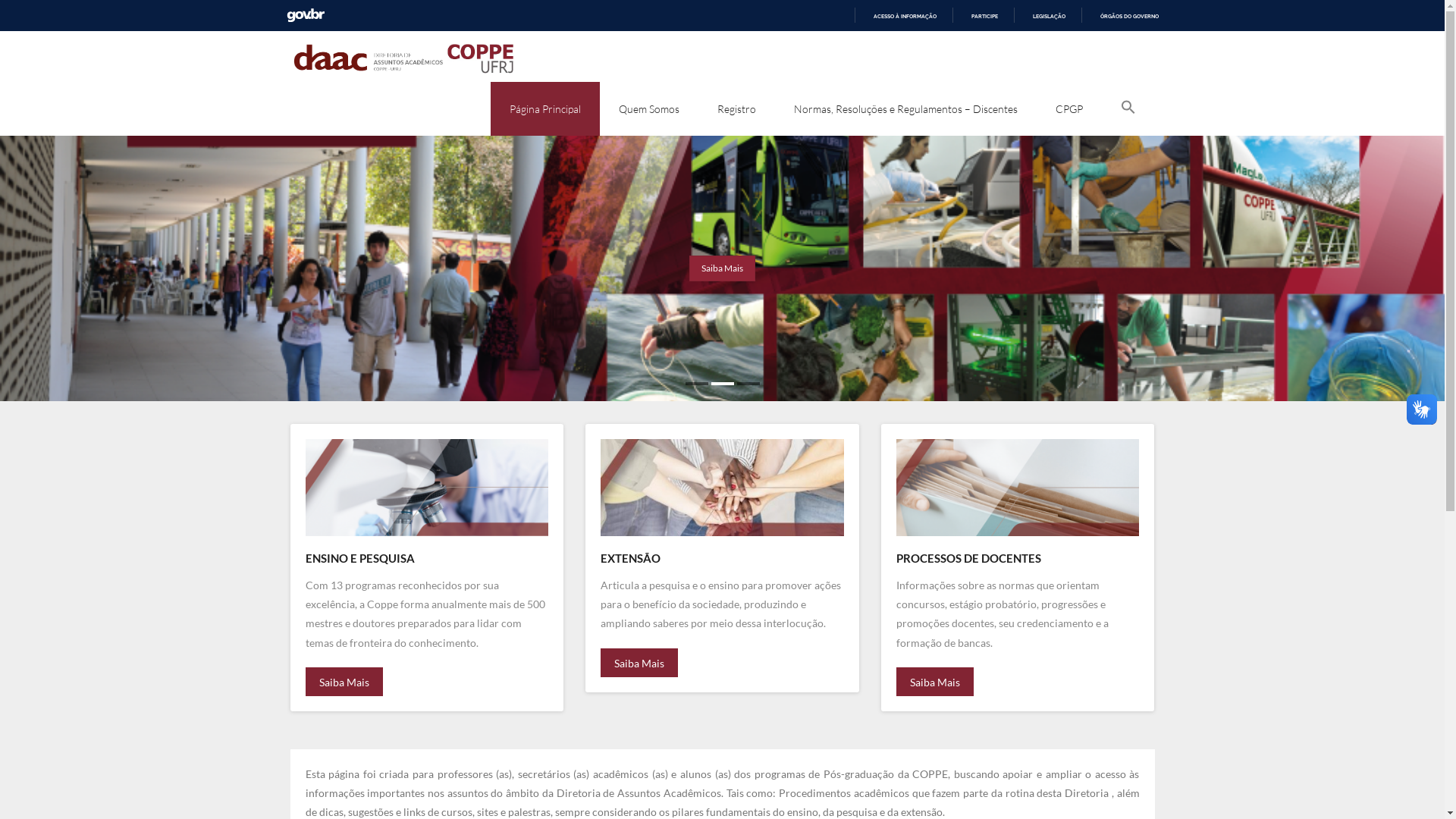 The image size is (1456, 819). Describe the element at coordinates (978, 16) in the screenshot. I see `'PARTICIPE'` at that location.